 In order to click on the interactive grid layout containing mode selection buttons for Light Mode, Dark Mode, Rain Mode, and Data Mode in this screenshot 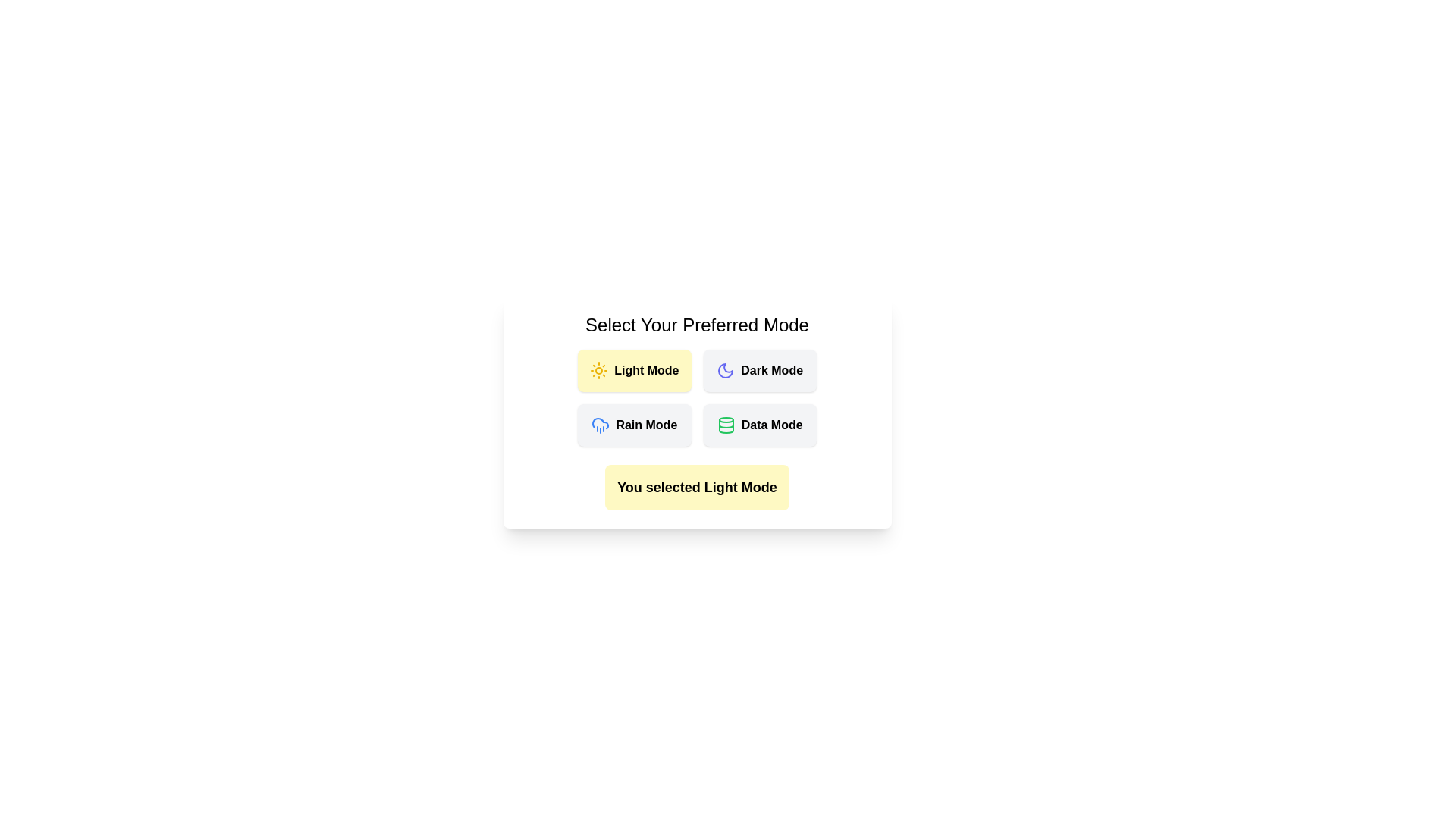, I will do `click(696, 397)`.